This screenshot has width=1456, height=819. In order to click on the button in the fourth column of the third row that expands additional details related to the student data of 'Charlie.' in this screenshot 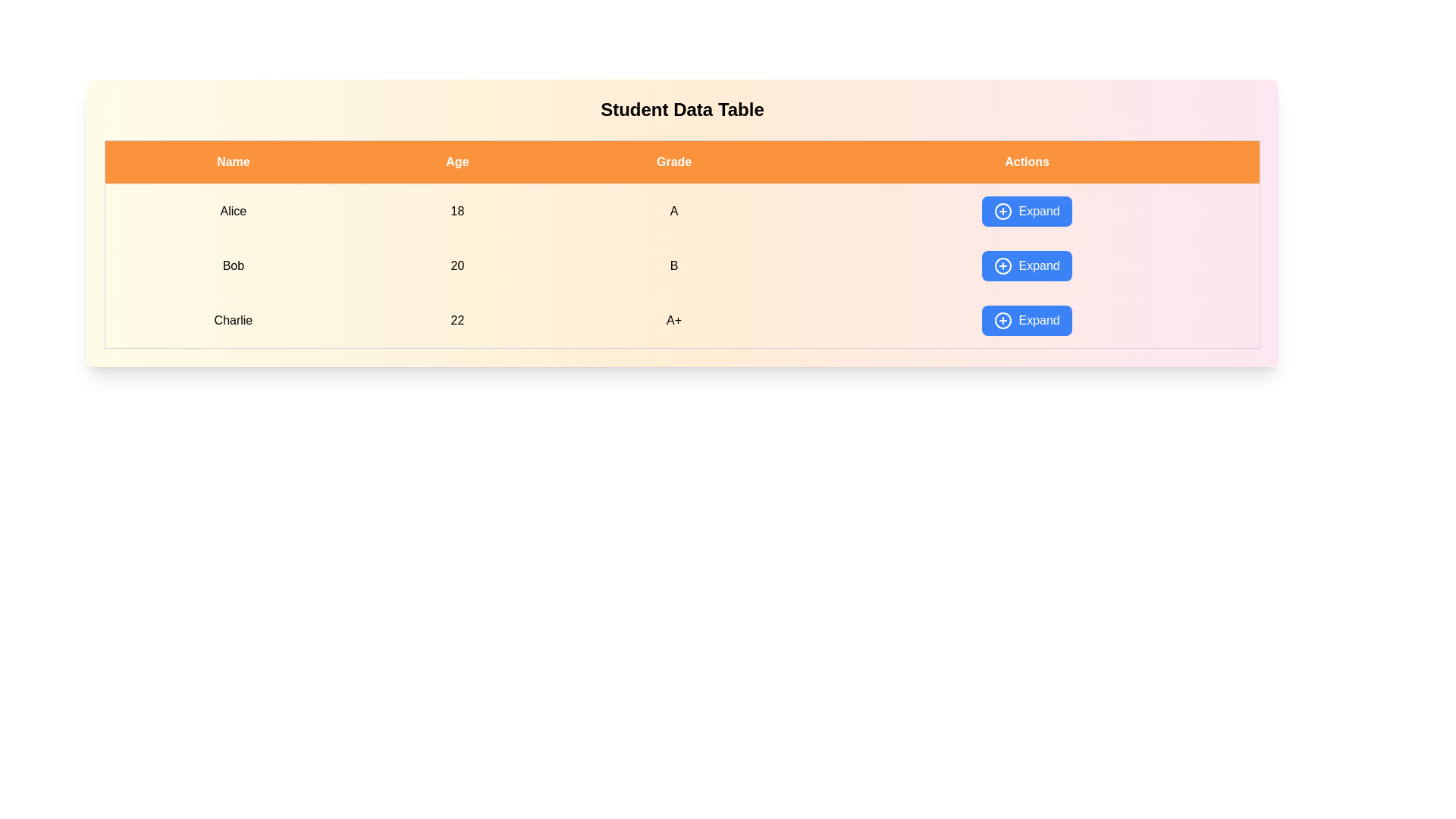, I will do `click(1027, 320)`.